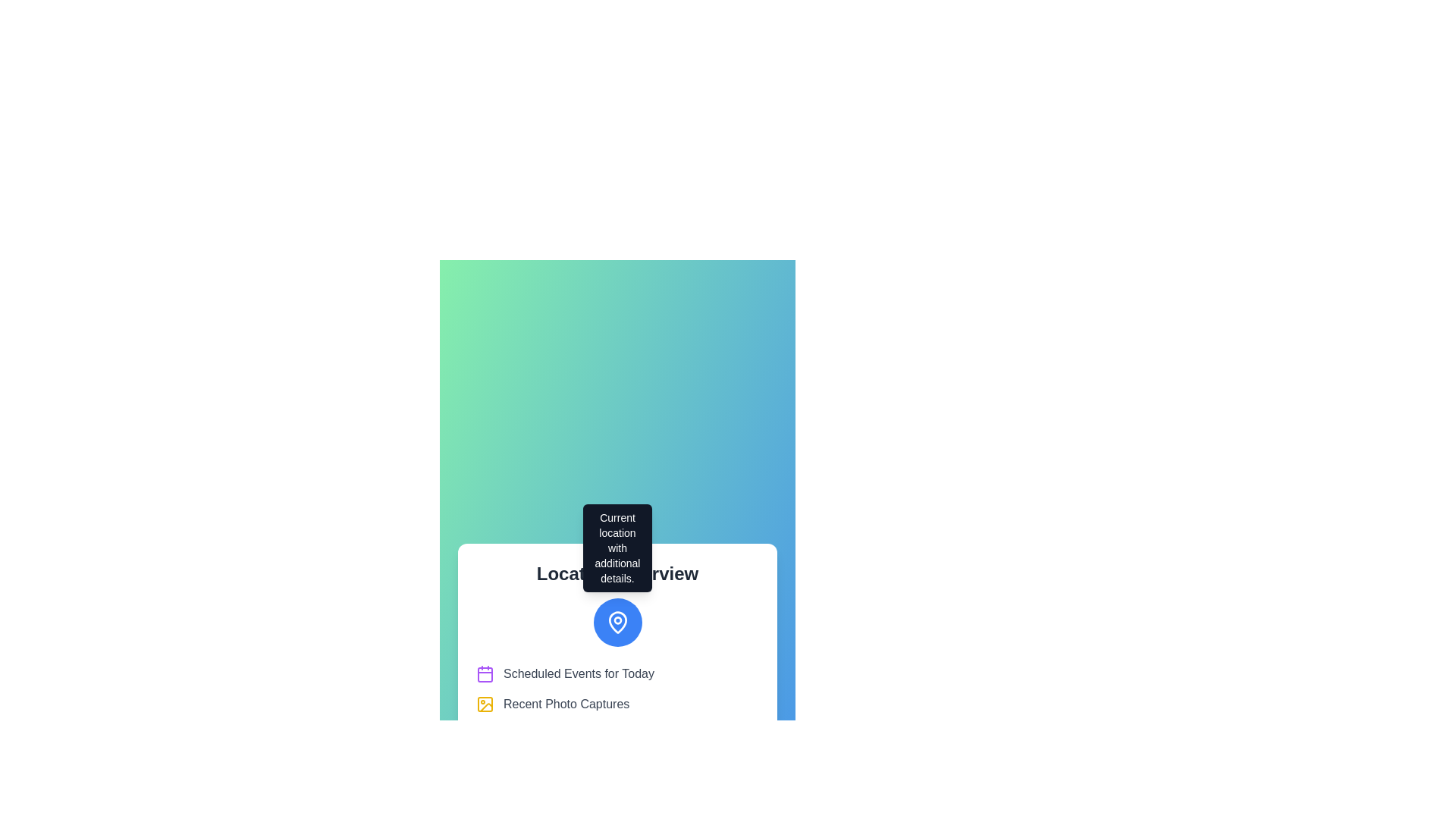  I want to click on the calendar icon located to the left of the text 'Scheduled Events for Today', which serves as a visual indicator for accessing event scheduling functionality, so click(484, 673).